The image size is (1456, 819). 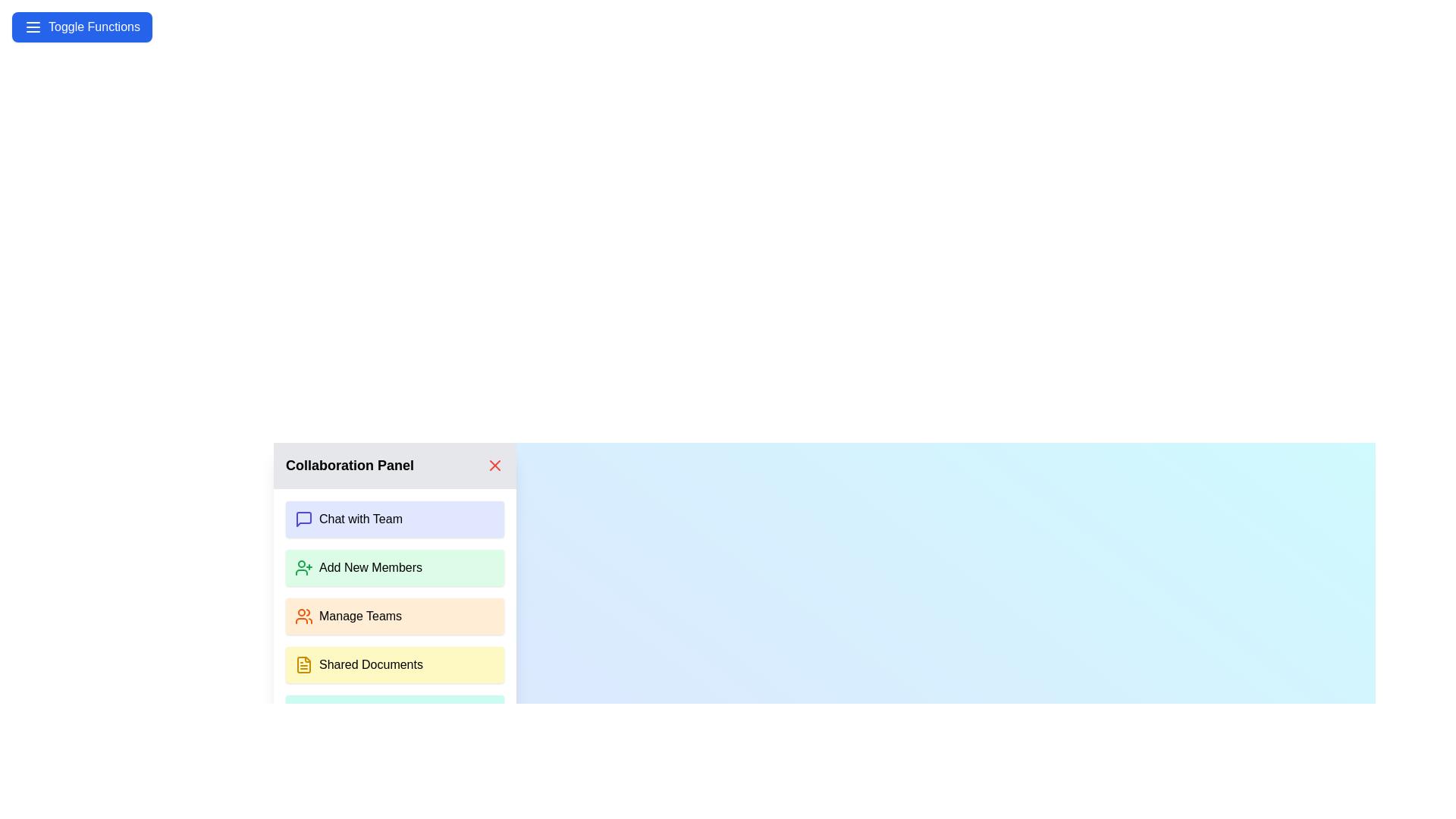 What do you see at coordinates (395, 617) in the screenshot?
I see `the 'Manage Teams' button, which is a rectangular button with a light orange background and an icon of two stylized user silhouettes in orange color, located in the 'Collaboration Panel' just below the 'Add New Members' button` at bounding box center [395, 617].